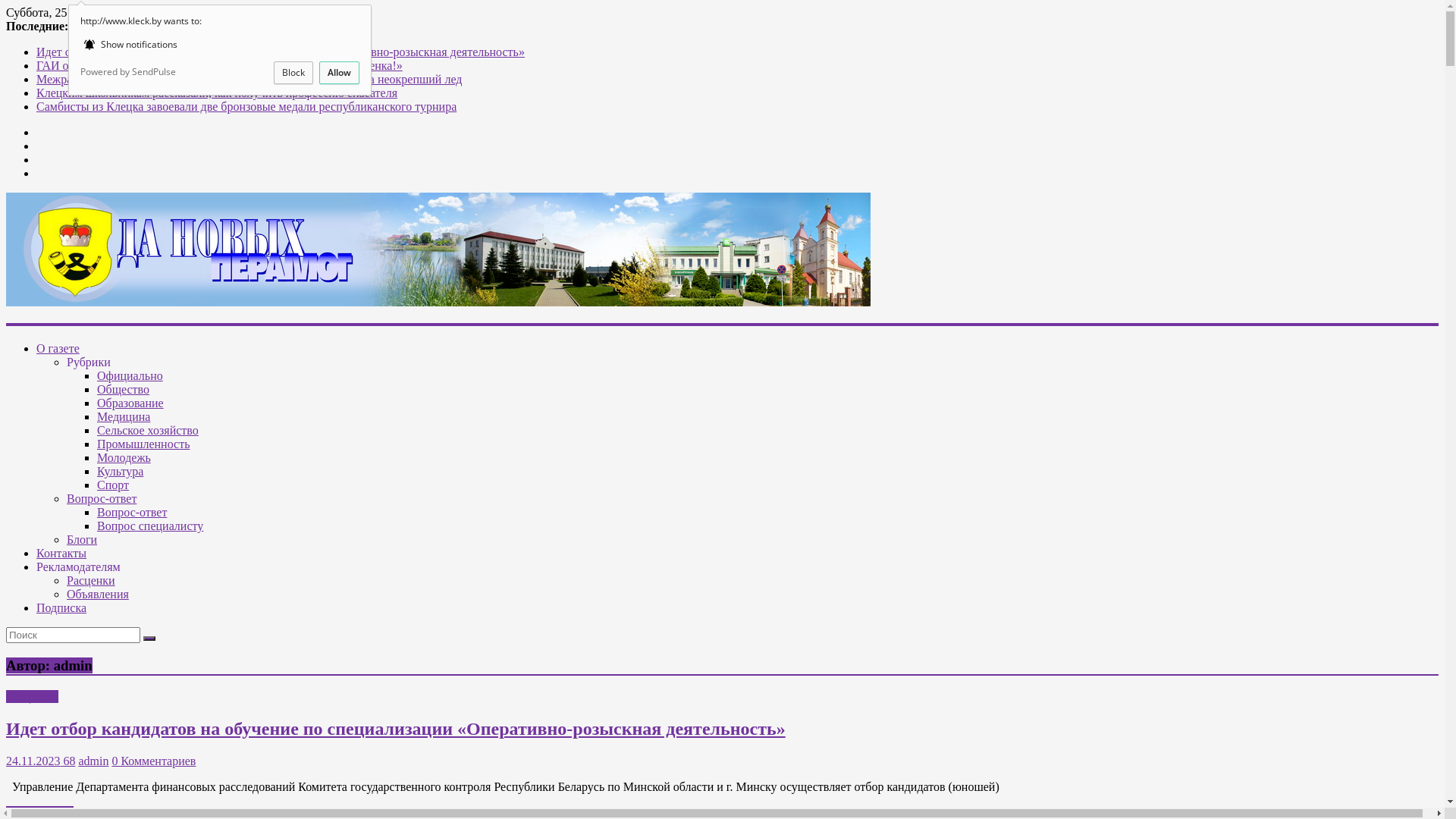 The width and height of the screenshot is (1456, 819). What do you see at coordinates (67, 761) in the screenshot?
I see `'68'` at bounding box center [67, 761].